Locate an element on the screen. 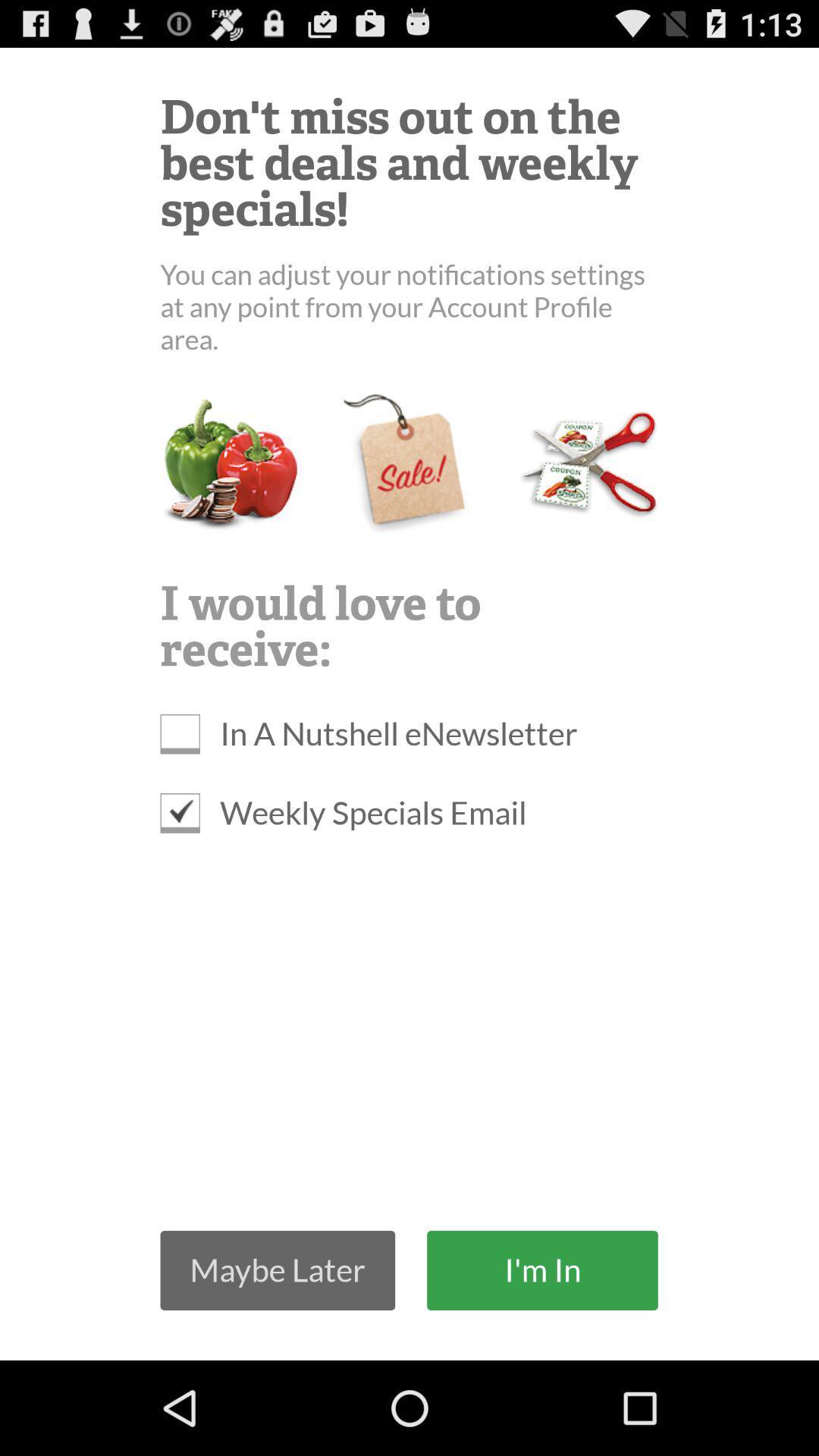 This screenshot has height=1456, width=819. the maybe later button is located at coordinates (278, 1270).